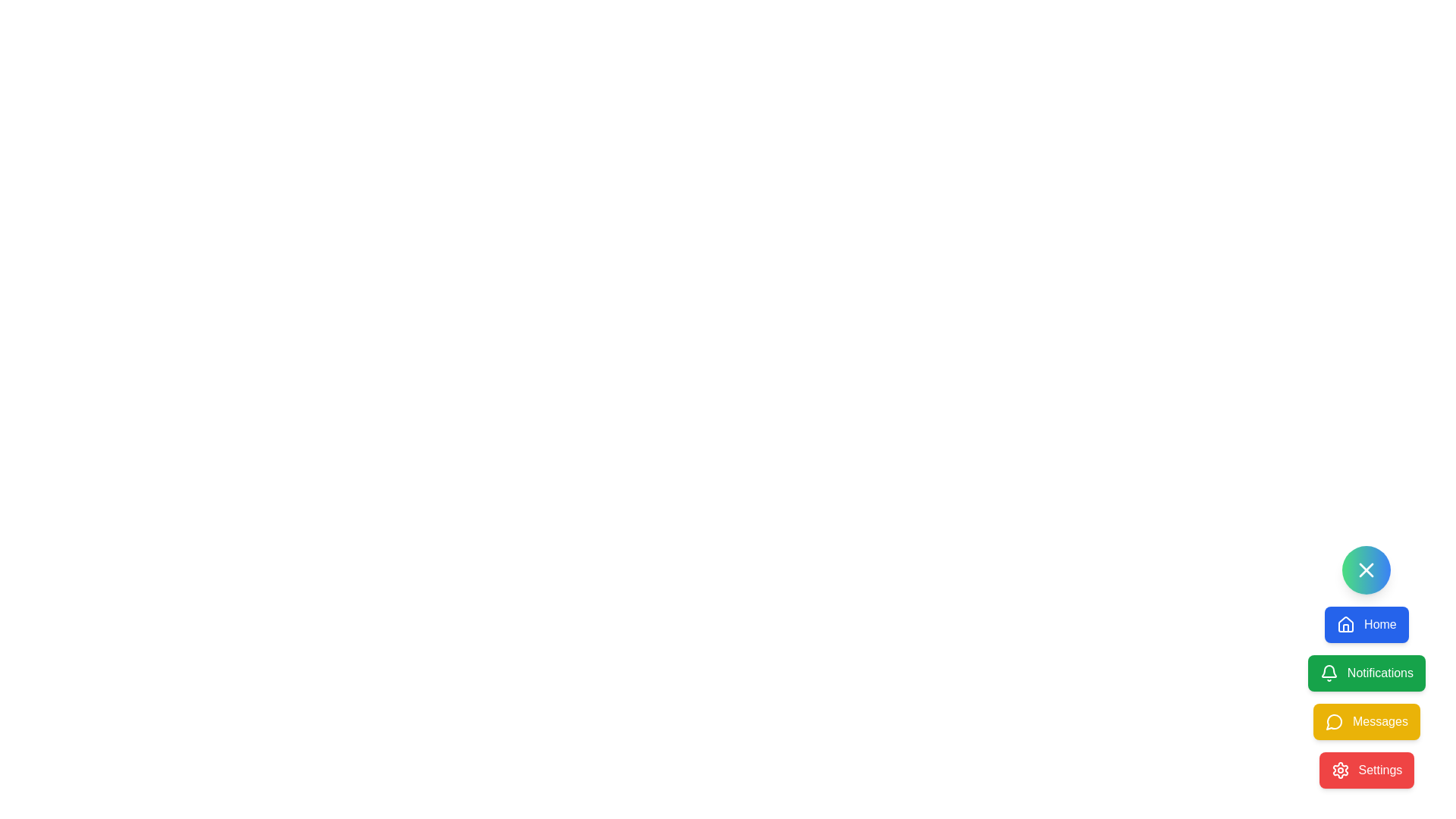 The width and height of the screenshot is (1456, 819). I want to click on the notification icon, which is the second button from the top in the vertical list of buttons, located within the green 'Notifications' button, so click(1328, 670).